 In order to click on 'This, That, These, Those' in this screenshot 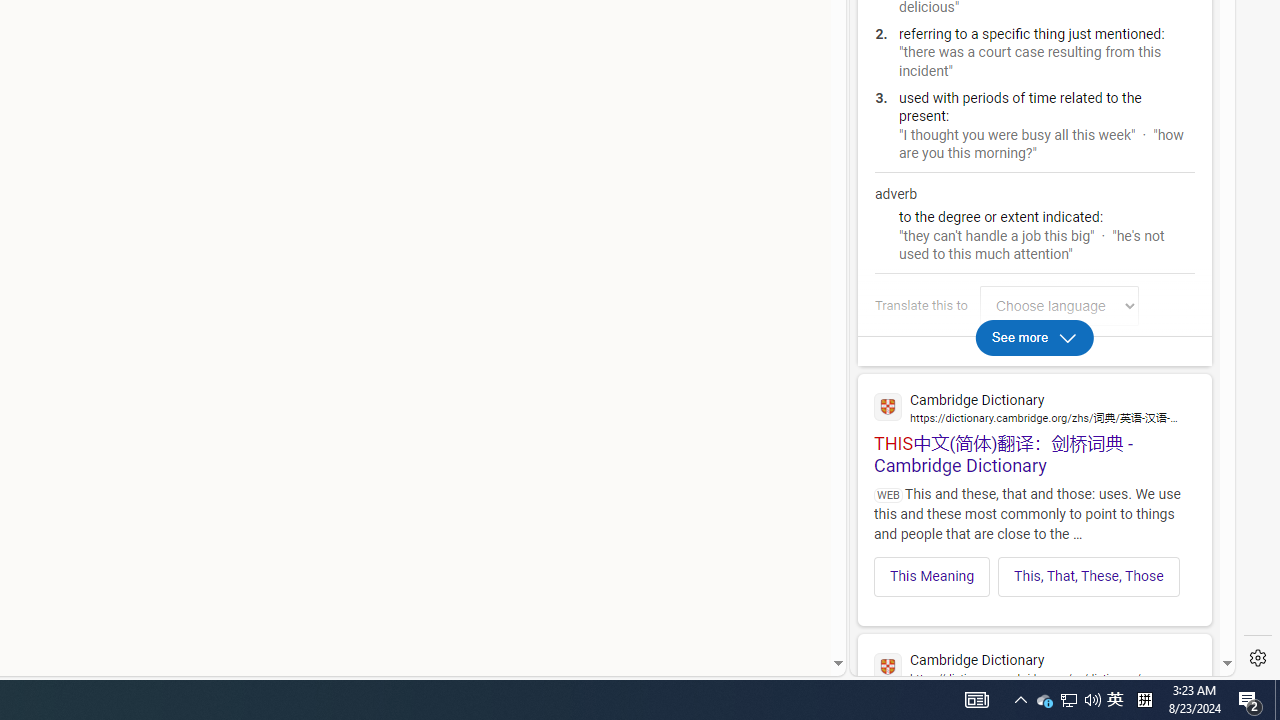, I will do `click(1087, 576)`.